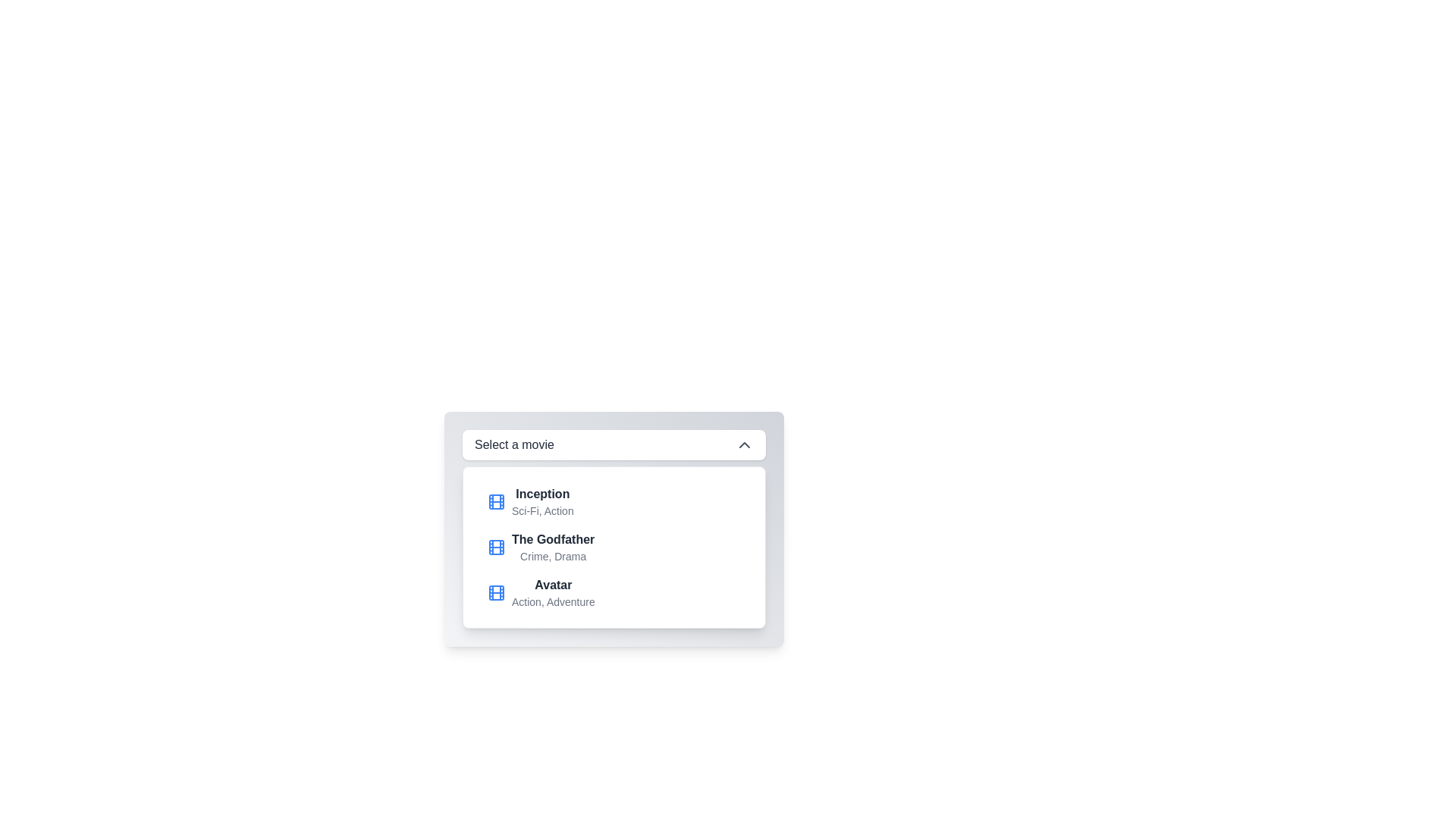 The image size is (1456, 819). What do you see at coordinates (745, 444) in the screenshot?
I see `the chevron-up icon, which is a minimalistic triangular arrow pointing upwards, located on the right-hand side of the 'Select a movie' bar` at bounding box center [745, 444].